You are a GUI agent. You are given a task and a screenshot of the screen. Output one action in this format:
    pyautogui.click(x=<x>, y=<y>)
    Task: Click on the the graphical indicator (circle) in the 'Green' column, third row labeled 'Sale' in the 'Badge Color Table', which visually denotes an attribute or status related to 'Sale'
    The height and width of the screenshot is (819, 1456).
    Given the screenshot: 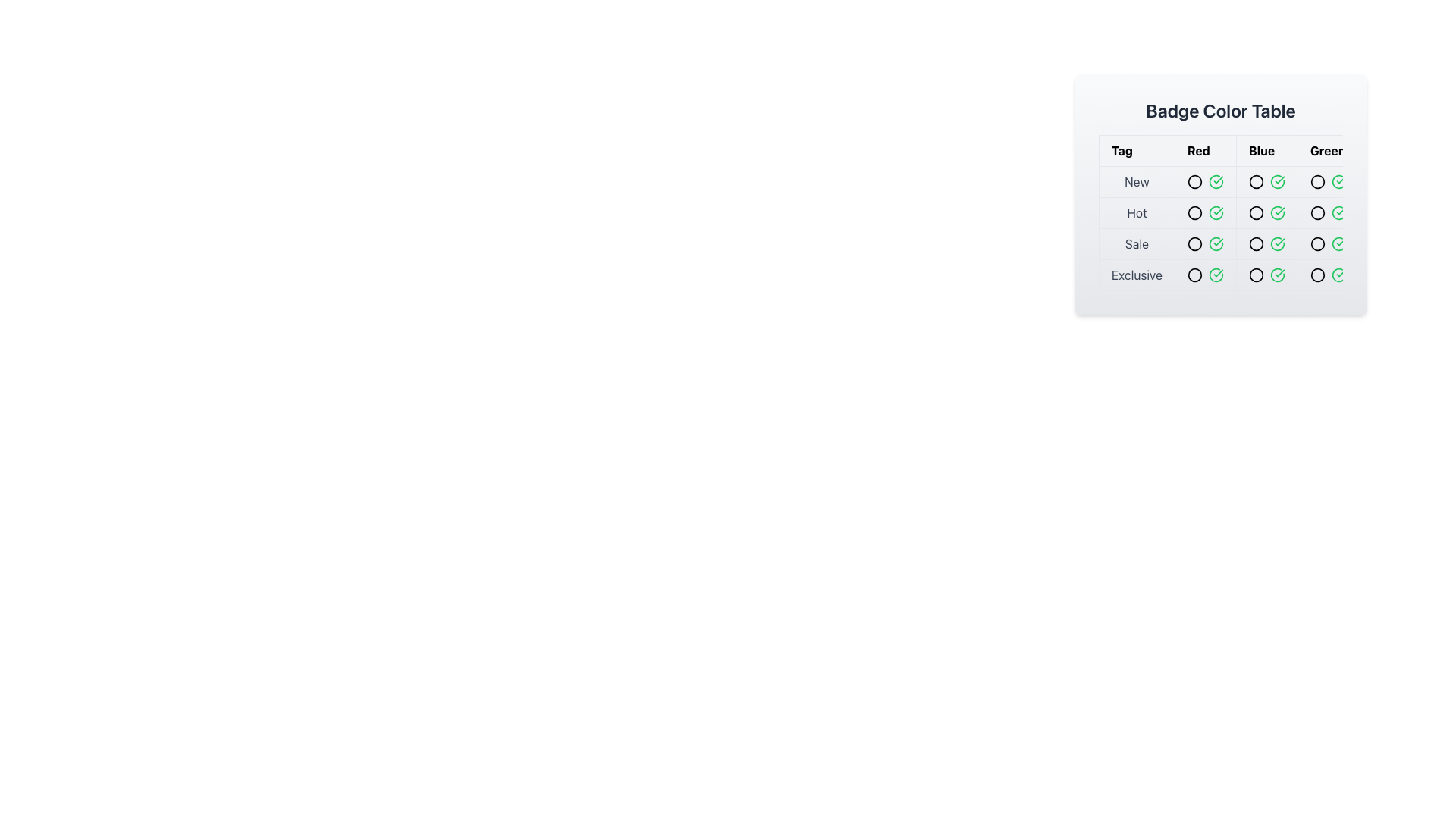 What is the action you would take?
    pyautogui.click(x=1316, y=243)
    